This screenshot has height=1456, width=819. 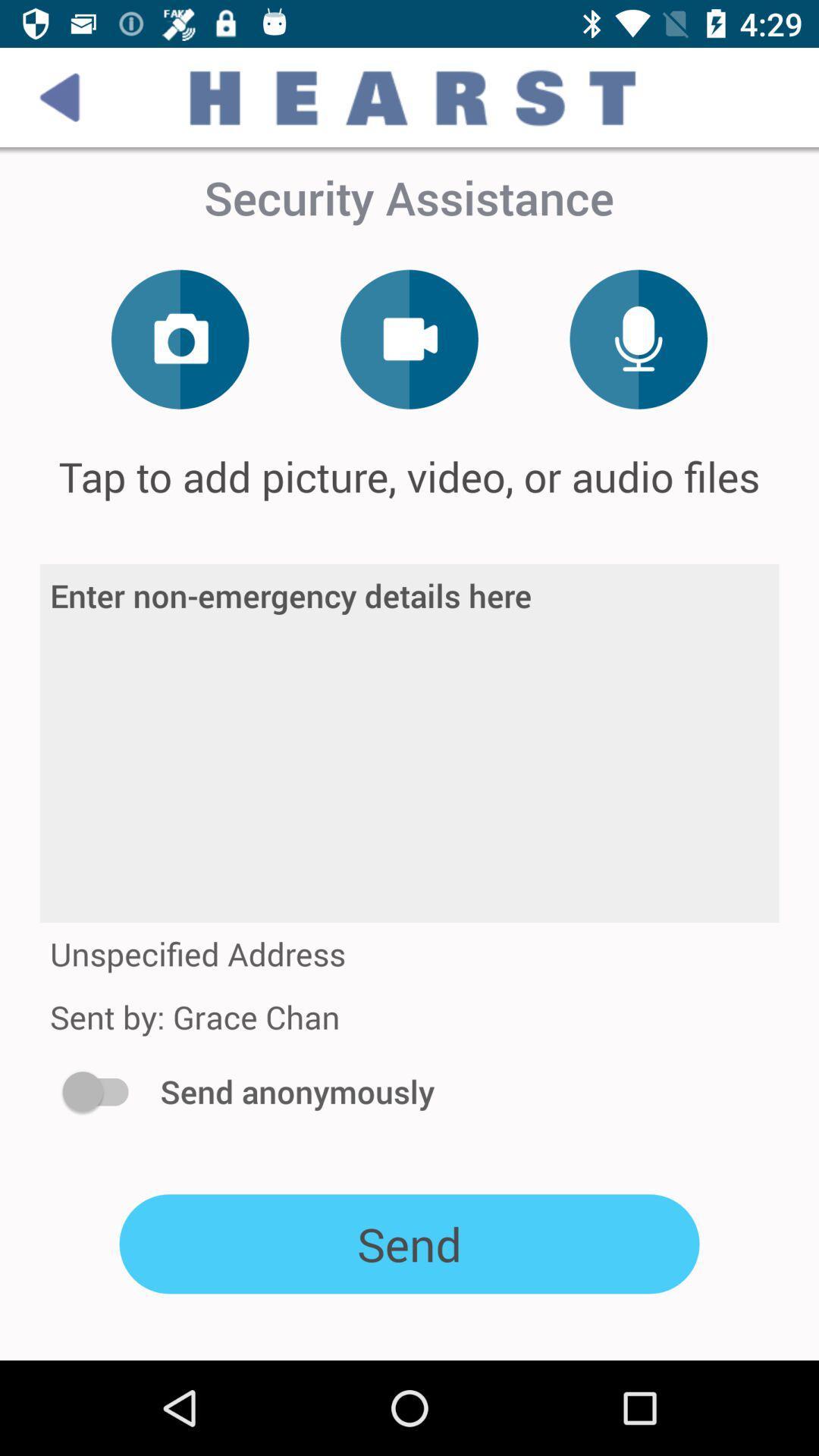 I want to click on icon at the center, so click(x=409, y=743).